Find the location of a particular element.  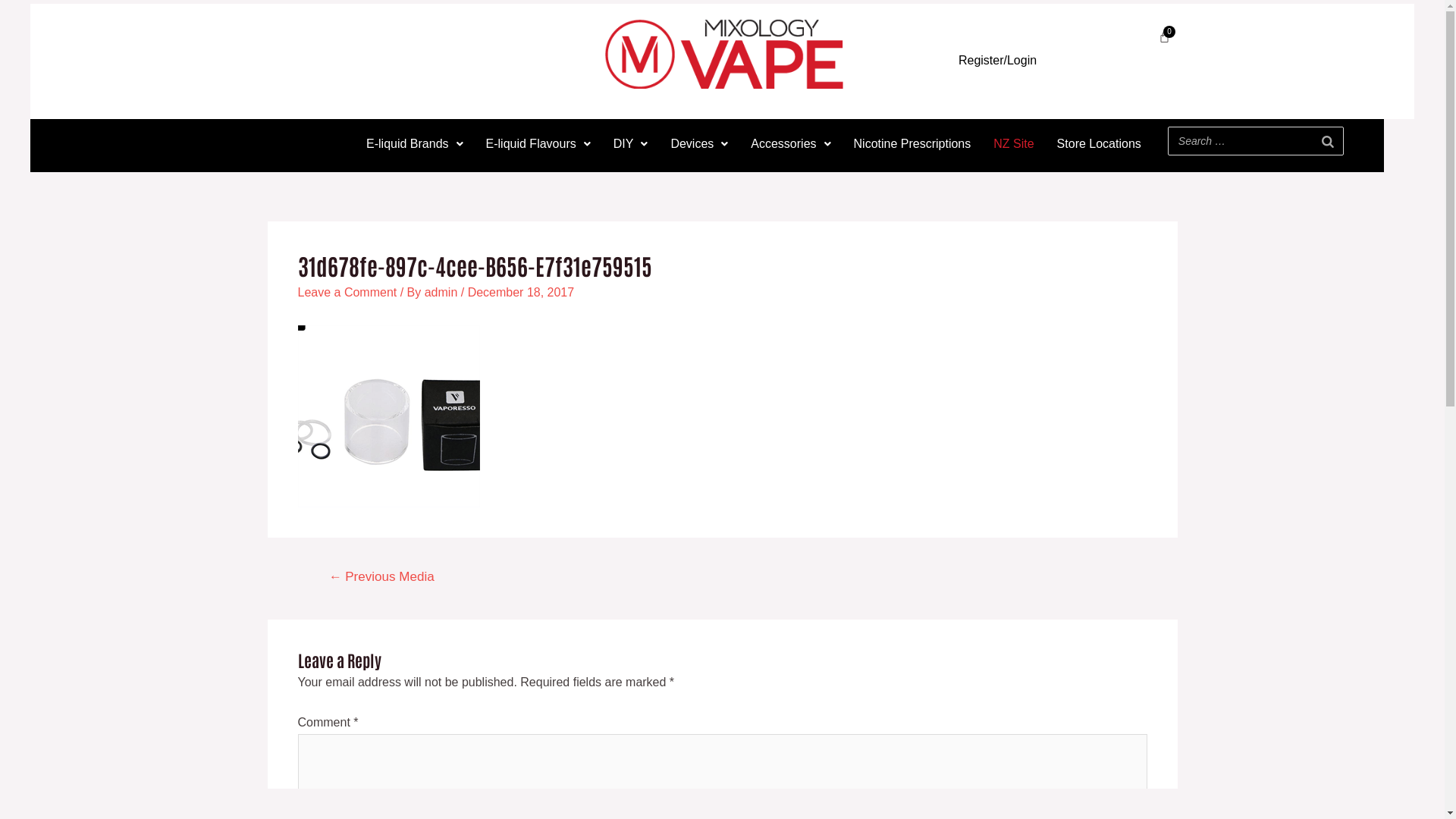

'DIY' is located at coordinates (630, 143).